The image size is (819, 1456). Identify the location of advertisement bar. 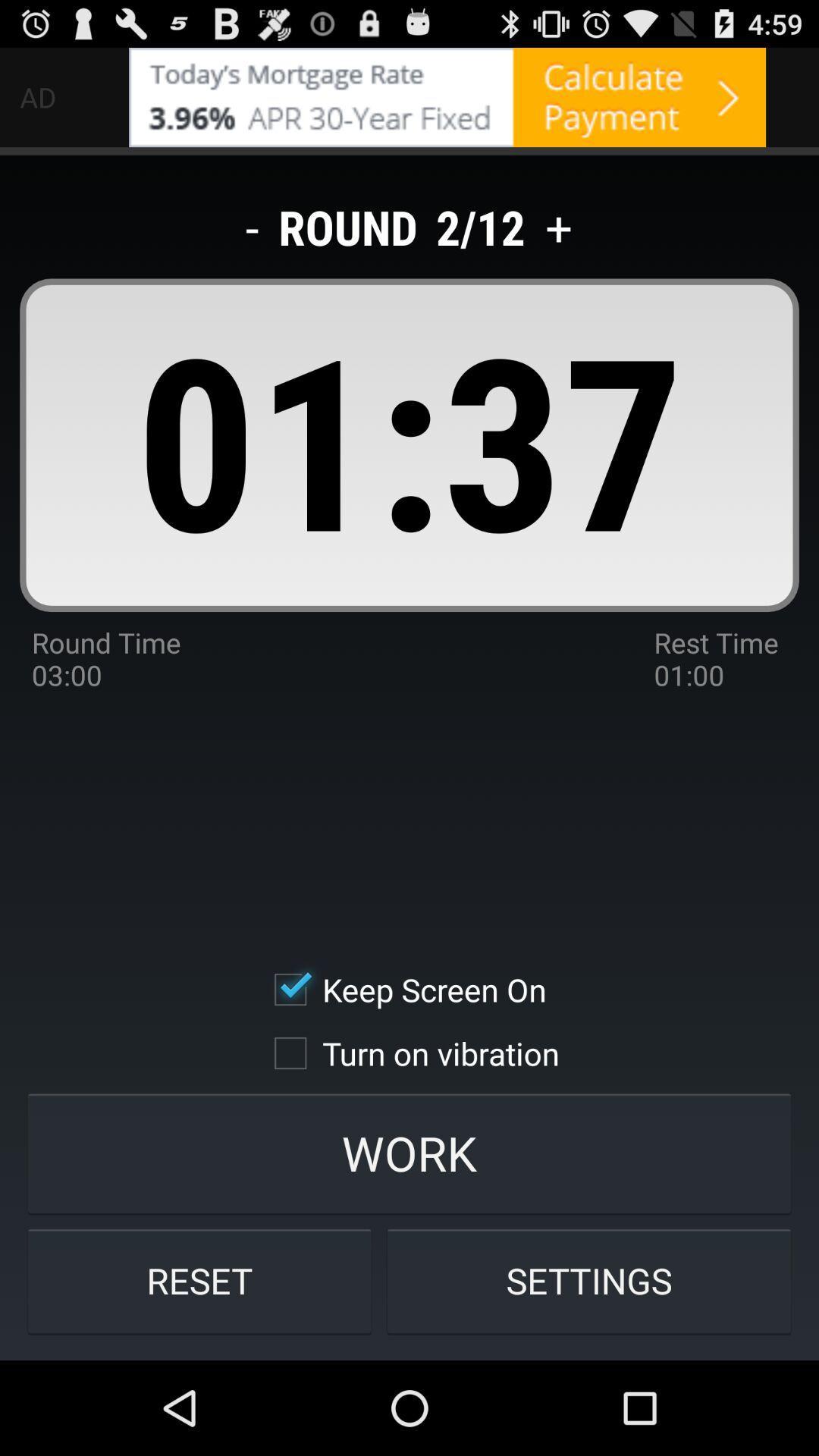
(447, 96).